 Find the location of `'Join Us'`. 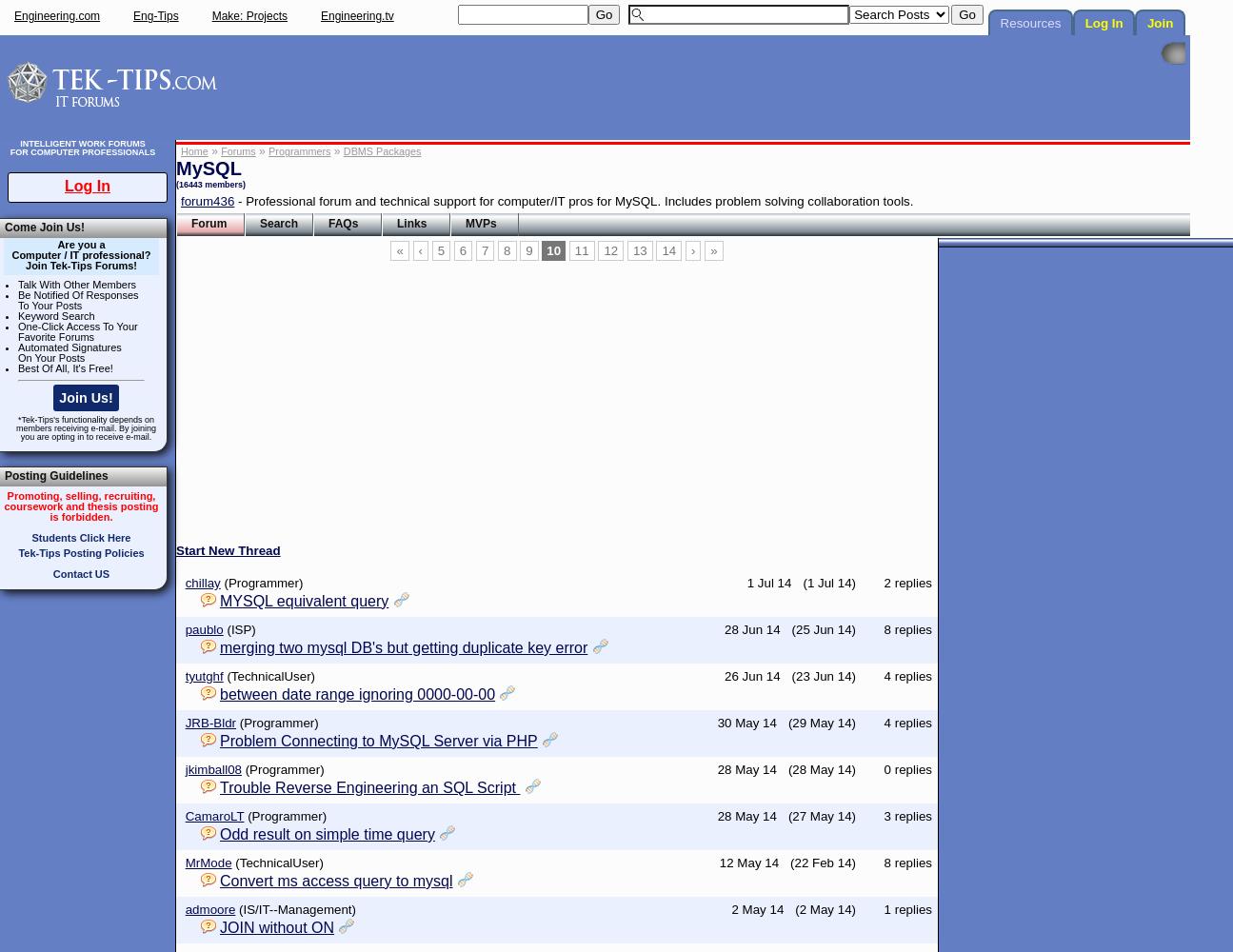

'Join Us' is located at coordinates (268, 278).